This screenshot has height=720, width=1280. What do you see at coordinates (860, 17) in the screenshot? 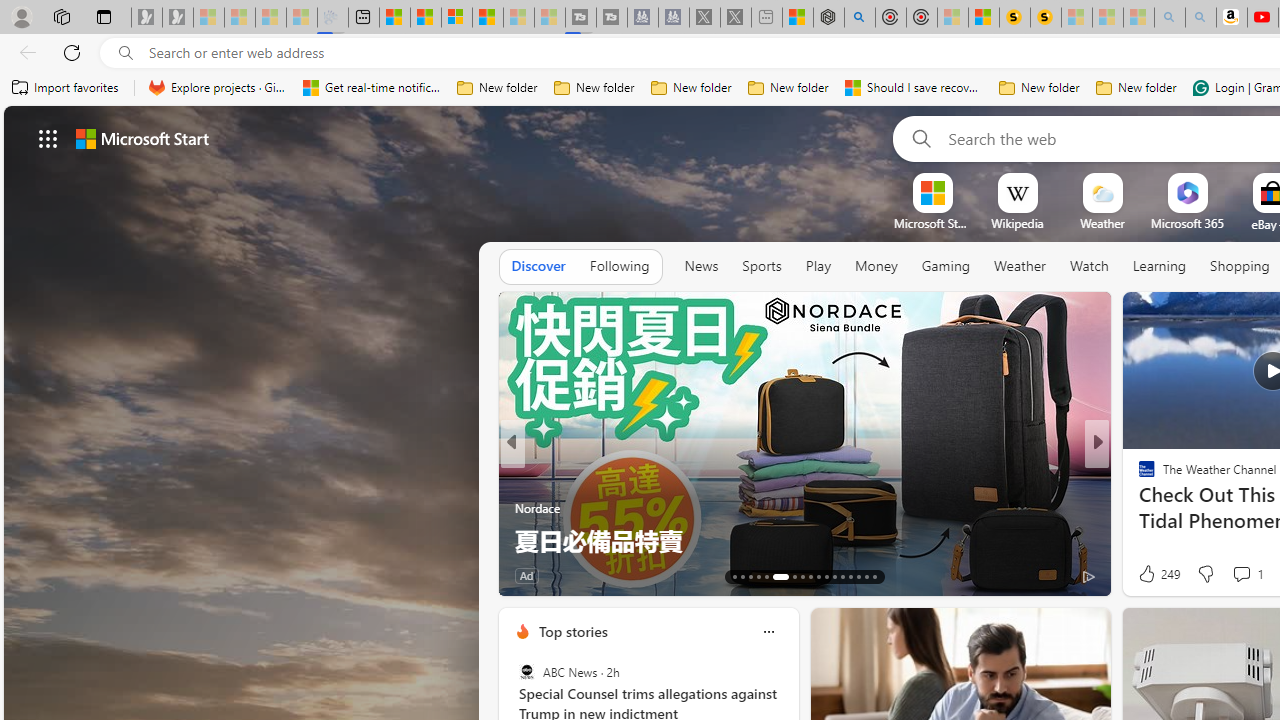
I see `'poe - Search'` at bounding box center [860, 17].